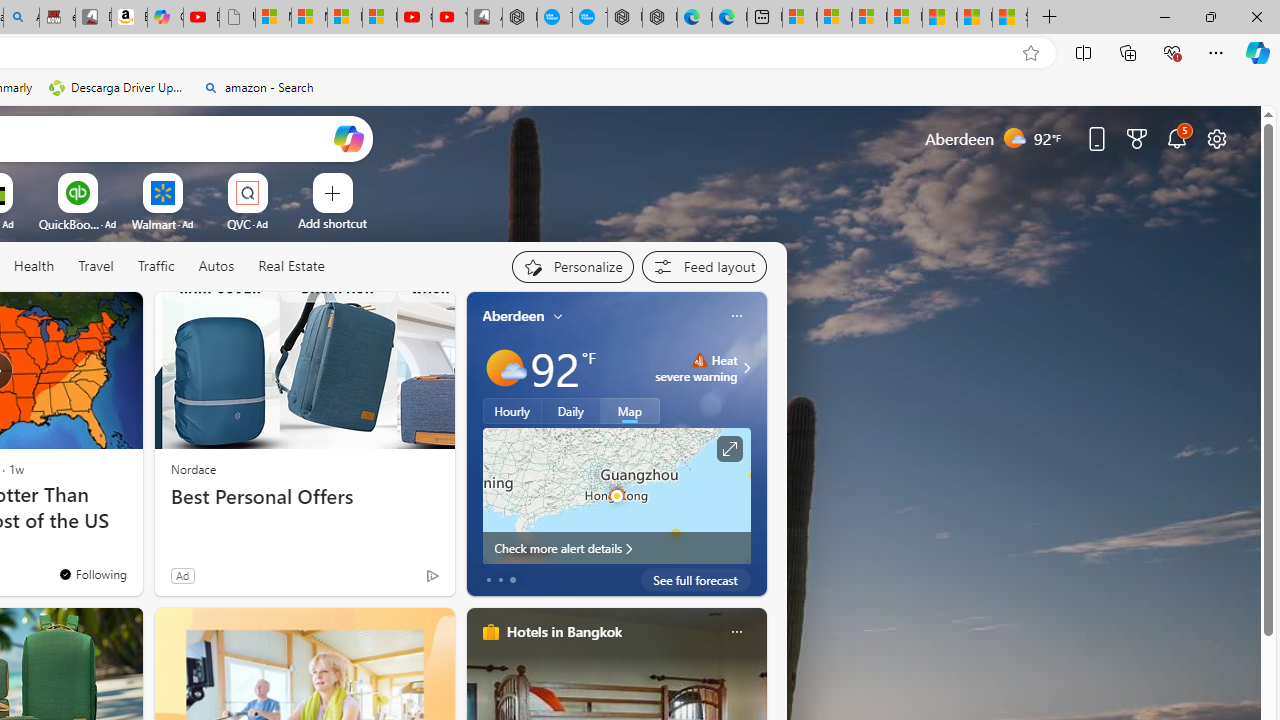 Image resolution: width=1280 pixels, height=720 pixels. Describe the element at coordinates (615, 547) in the screenshot. I see `'Check more alert details'` at that location.